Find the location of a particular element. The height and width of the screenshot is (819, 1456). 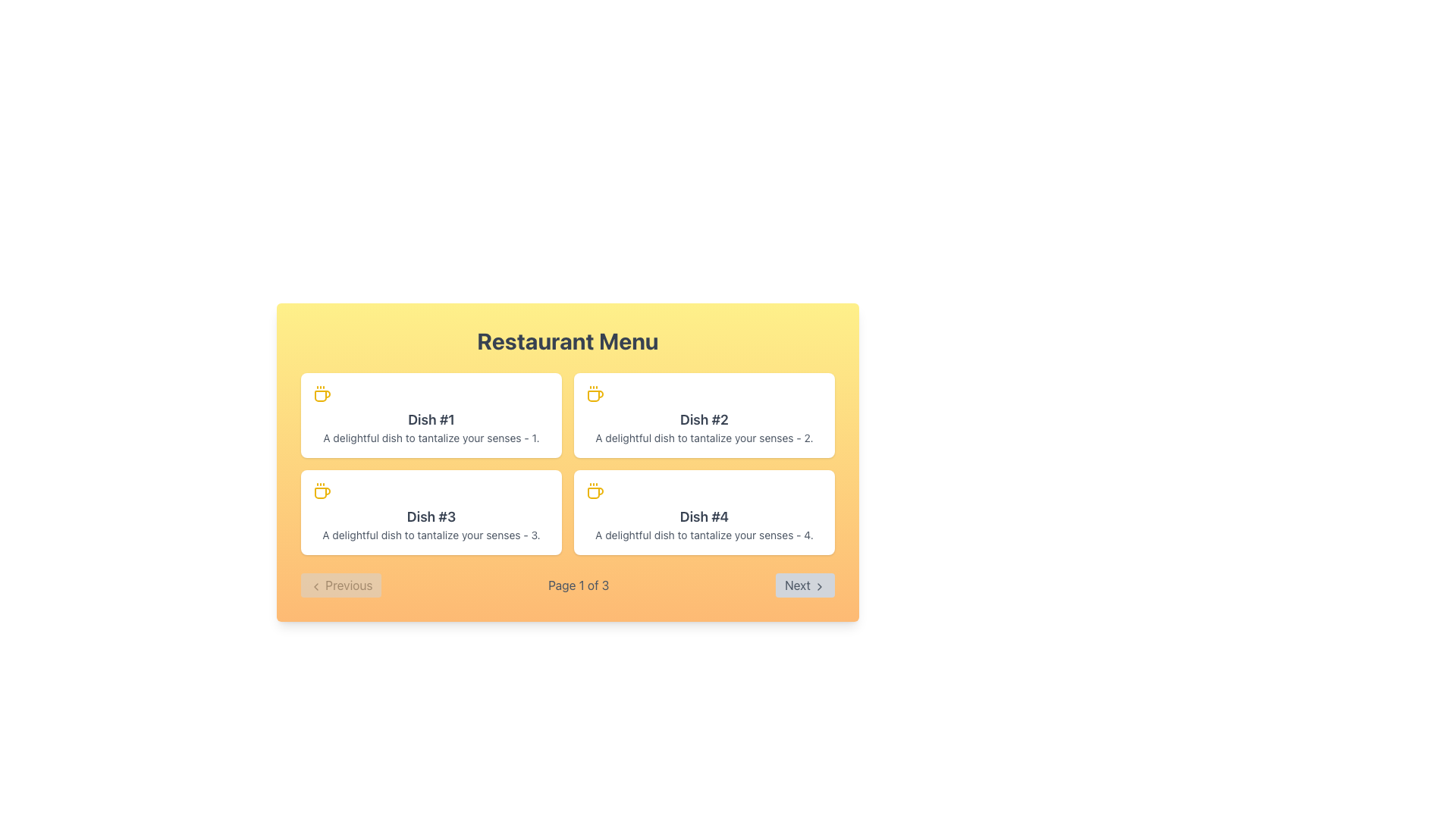

the text label stating 'A delightful dish to tantalize your senses - 3.' located below the heading 'Dish #3' in the second row and first column of the grid layout is located at coordinates (431, 534).